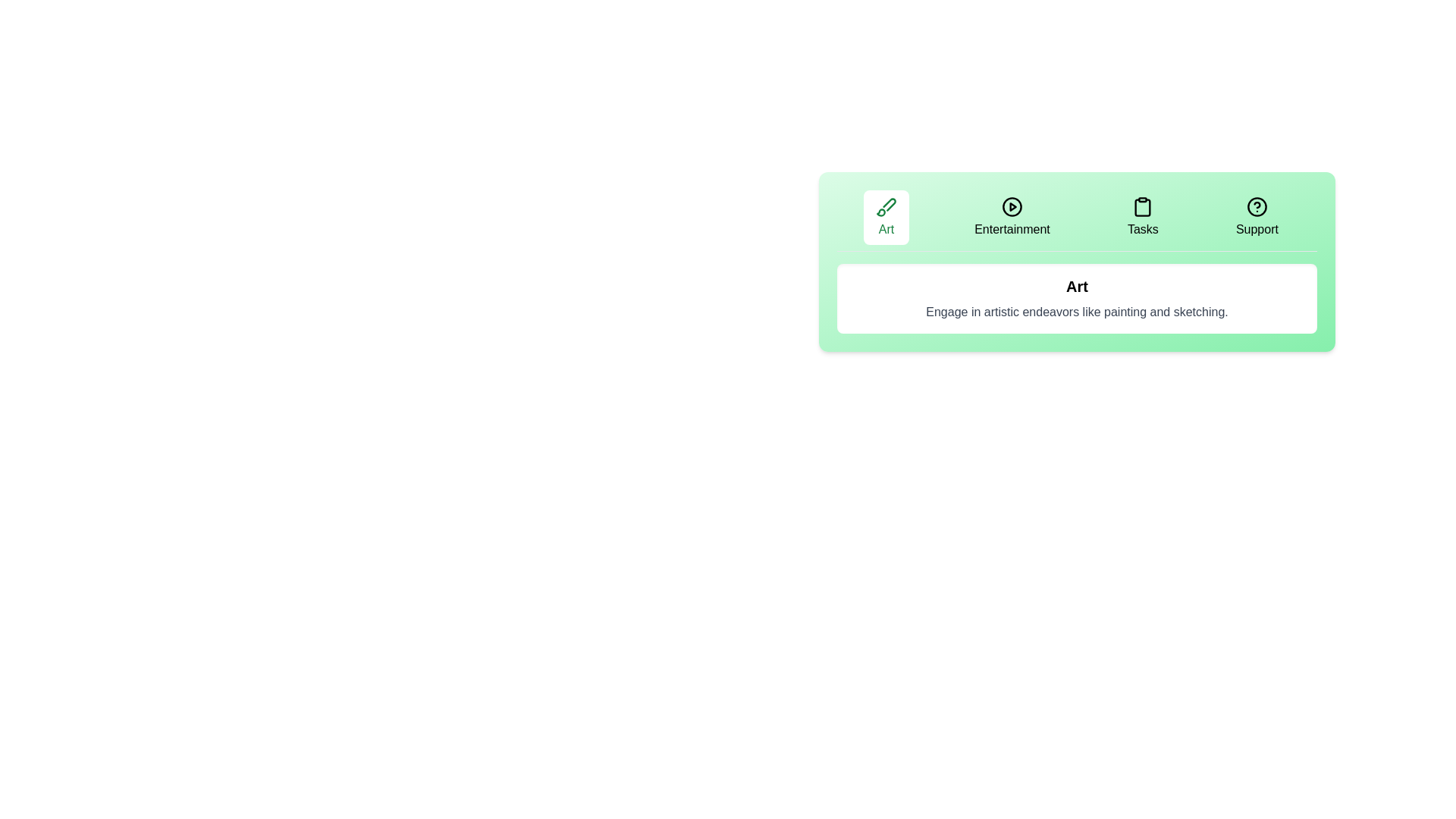 This screenshot has height=819, width=1456. Describe the element at coordinates (1143, 207) in the screenshot. I see `the clipboard-shaped icon on the green background, located within the 'Tasks' section` at that location.